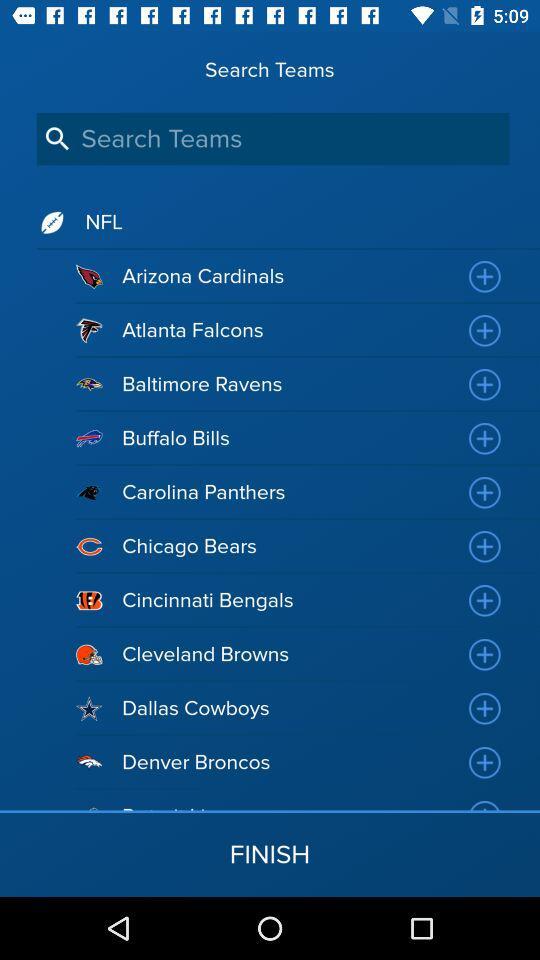 The image size is (540, 960). I want to click on finish icon, so click(270, 853).